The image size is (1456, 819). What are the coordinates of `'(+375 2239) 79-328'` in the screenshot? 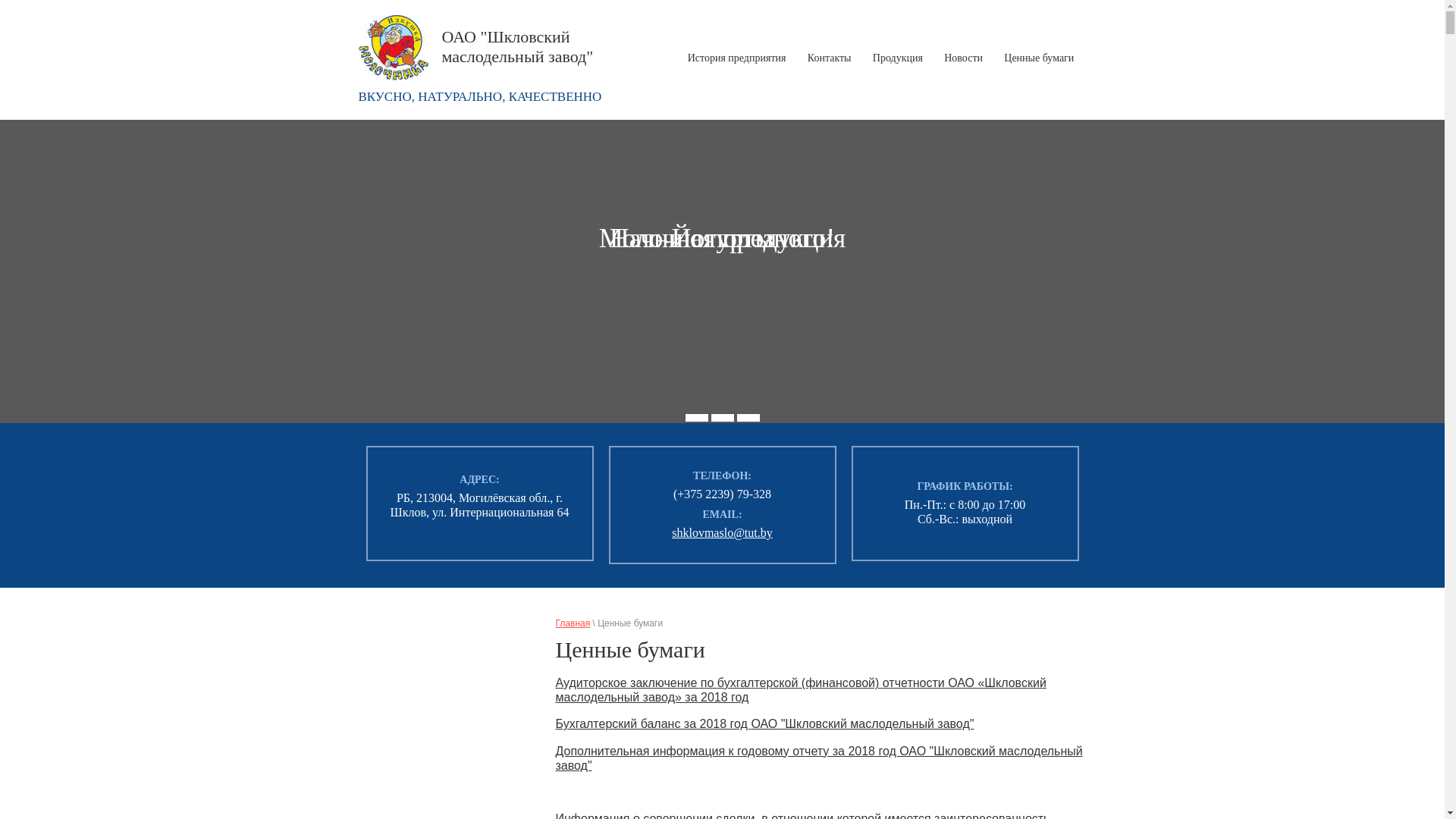 It's located at (721, 494).